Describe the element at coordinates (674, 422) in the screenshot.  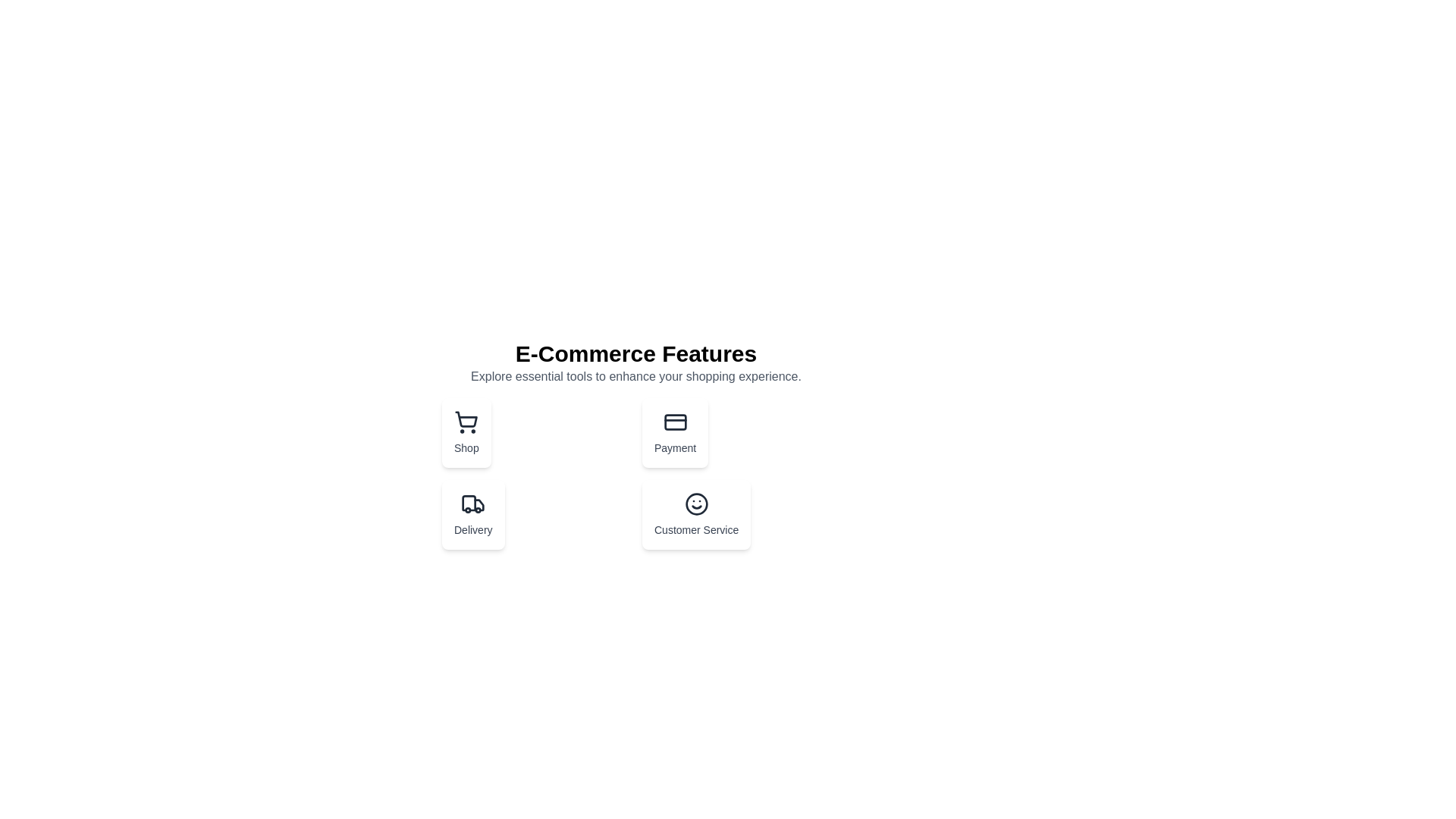
I see `the 'Payment' card that contains the credit card icon, which is styled with a minimalistic design and located in the top-right quadrant of the grid layout` at that location.